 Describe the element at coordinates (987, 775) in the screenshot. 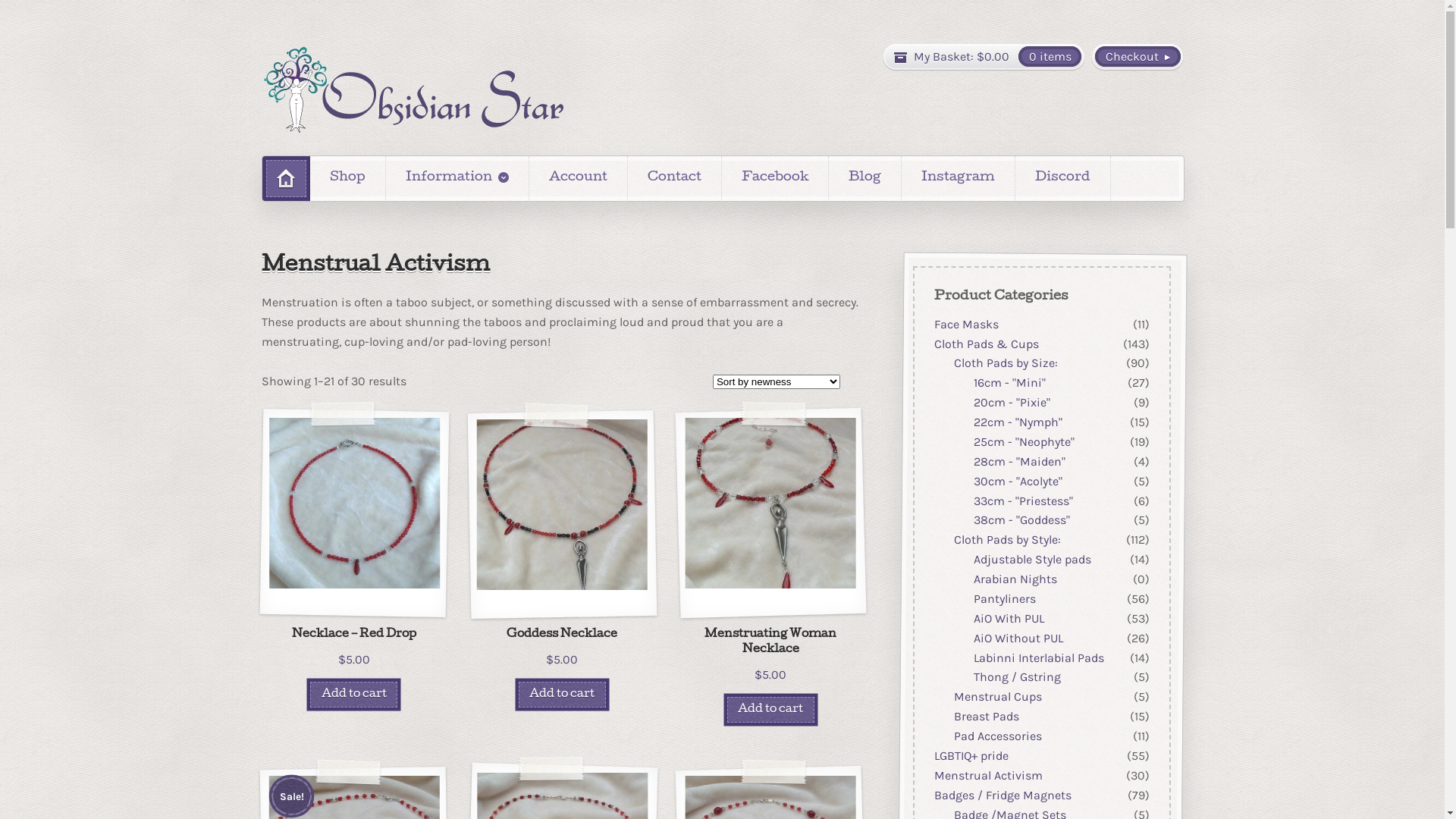

I see `'Menstrual Activism'` at that location.